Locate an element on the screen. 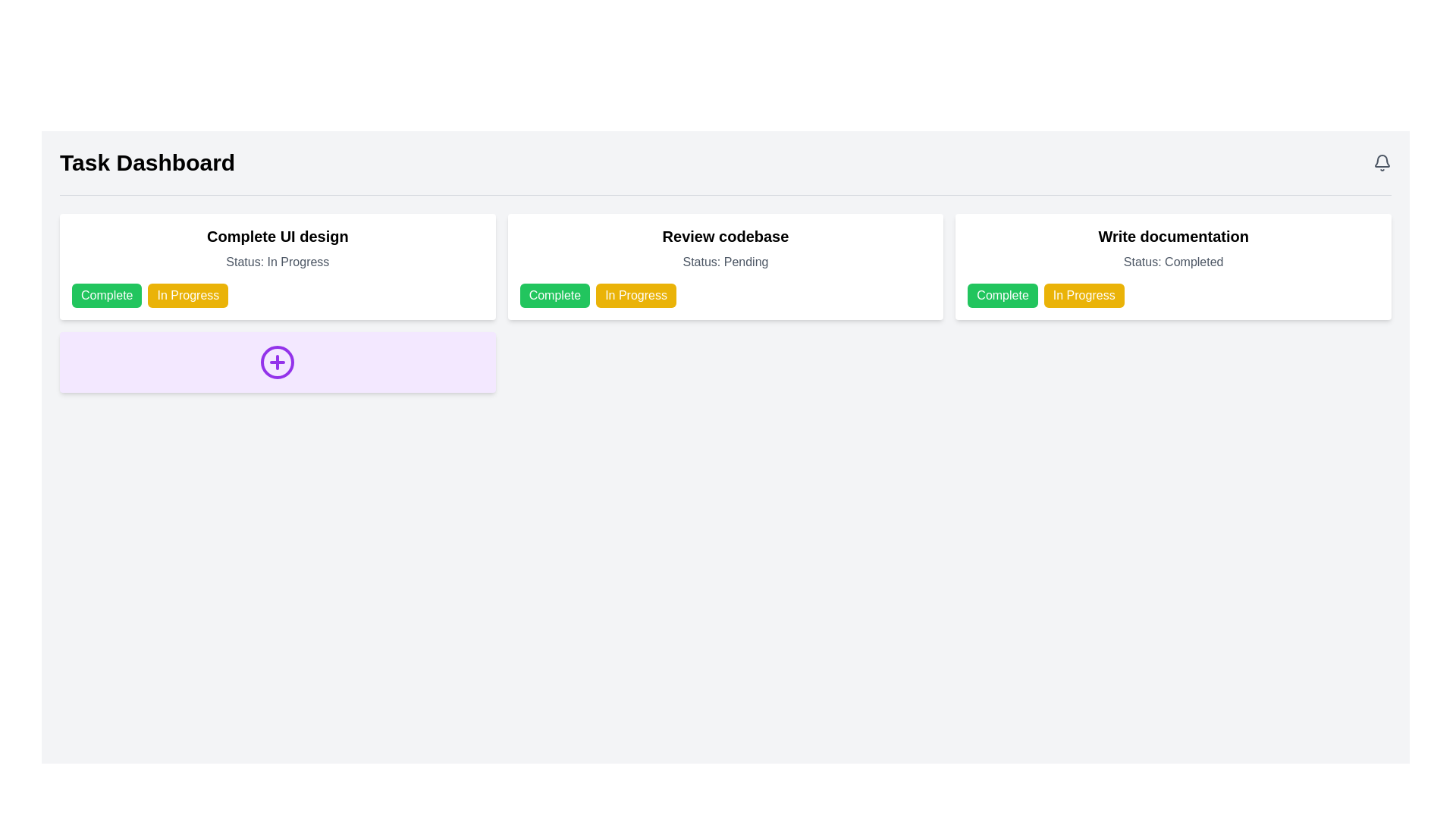 This screenshot has width=1456, height=819. the action buttons within the Task Card located in the upper-left section of the dashboard, which displays the title and current status of the task is located at coordinates (277, 265).